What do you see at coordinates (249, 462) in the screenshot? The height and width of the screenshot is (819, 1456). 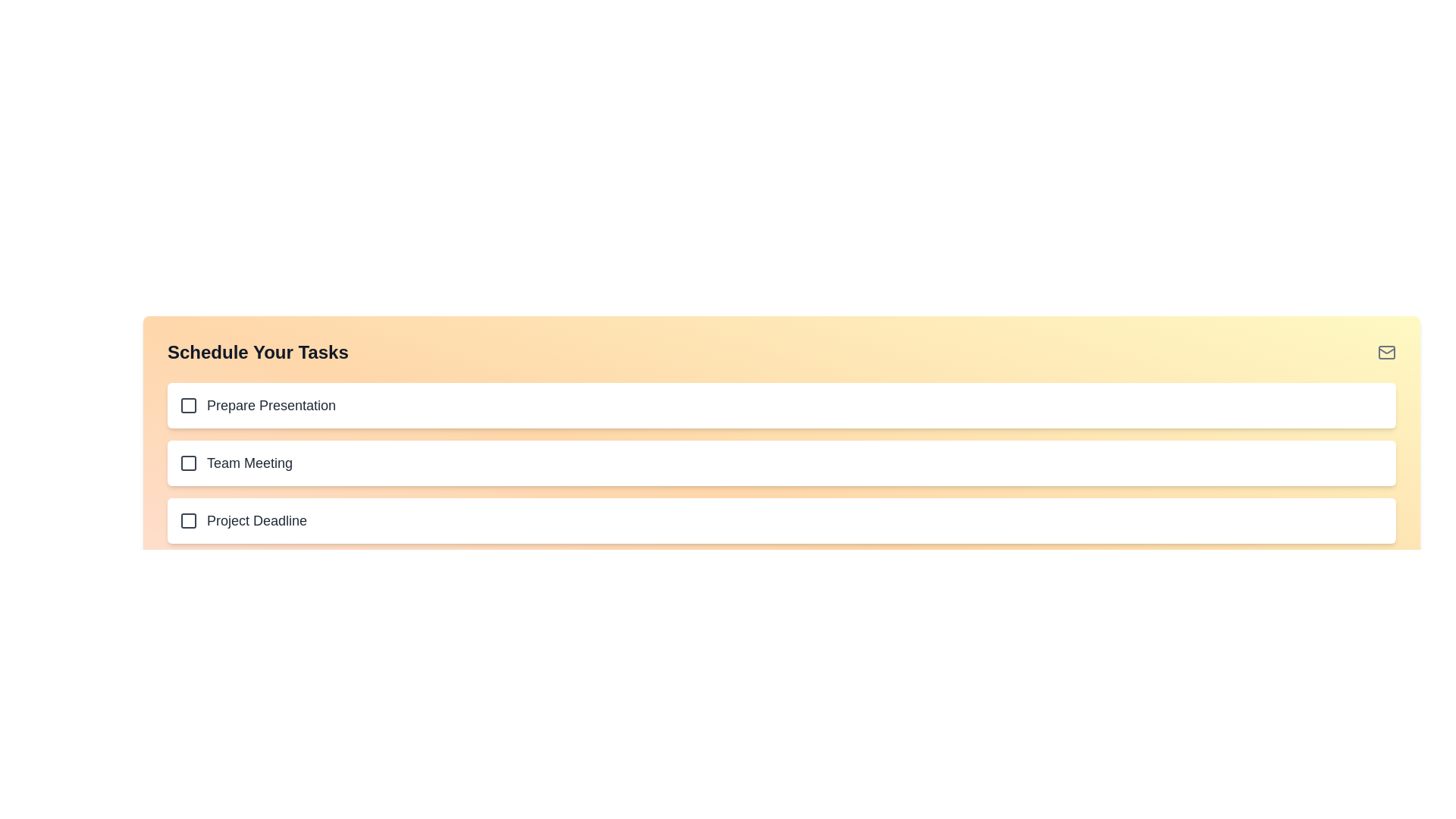 I see `the label for the task named 'Team Meeting', which is the second item in the list below the heading 'Schedule Your Tasks'` at bounding box center [249, 462].